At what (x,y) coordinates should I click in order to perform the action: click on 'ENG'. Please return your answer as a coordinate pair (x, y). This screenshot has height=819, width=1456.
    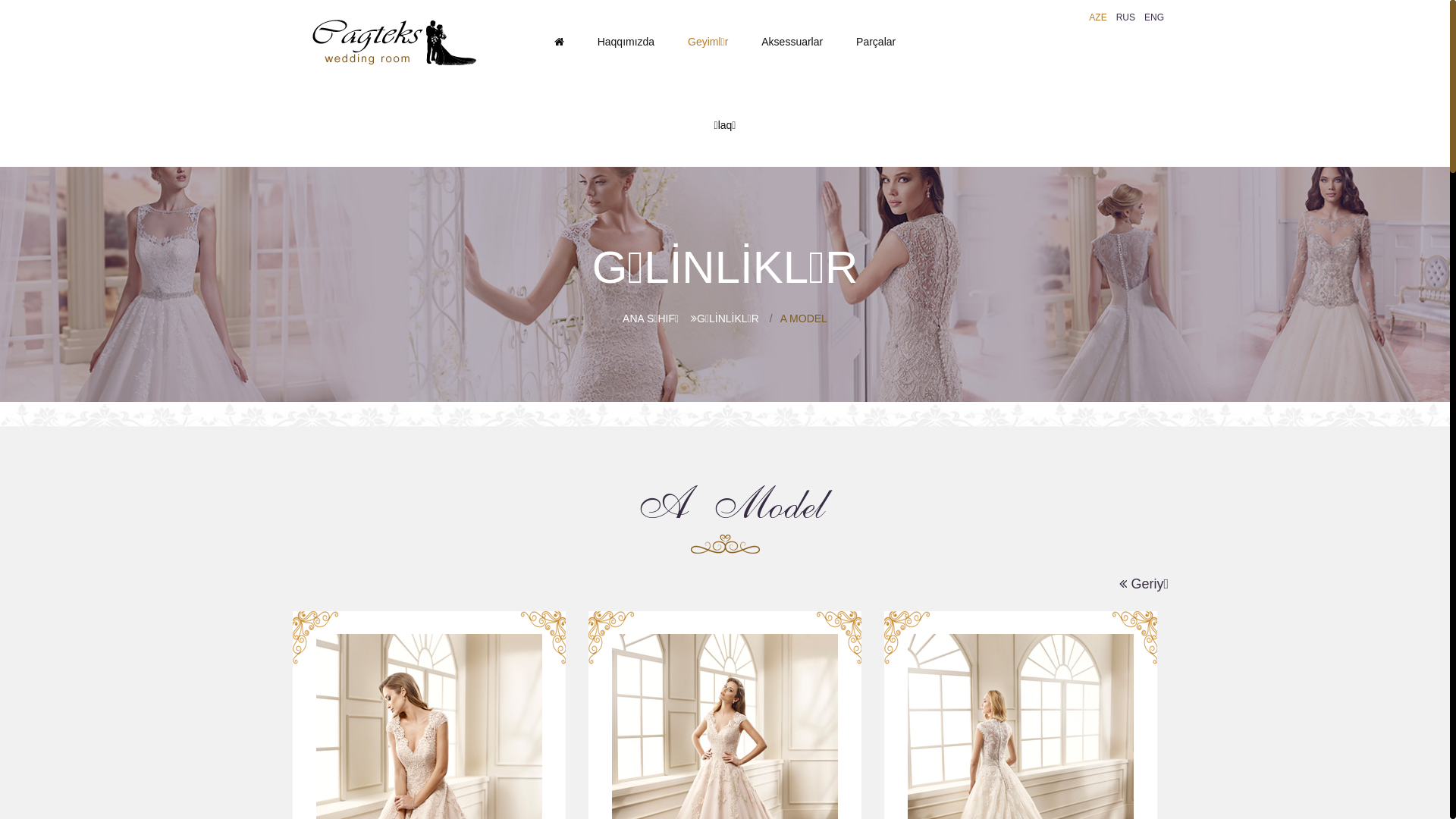
    Looking at the image, I should click on (1153, 17).